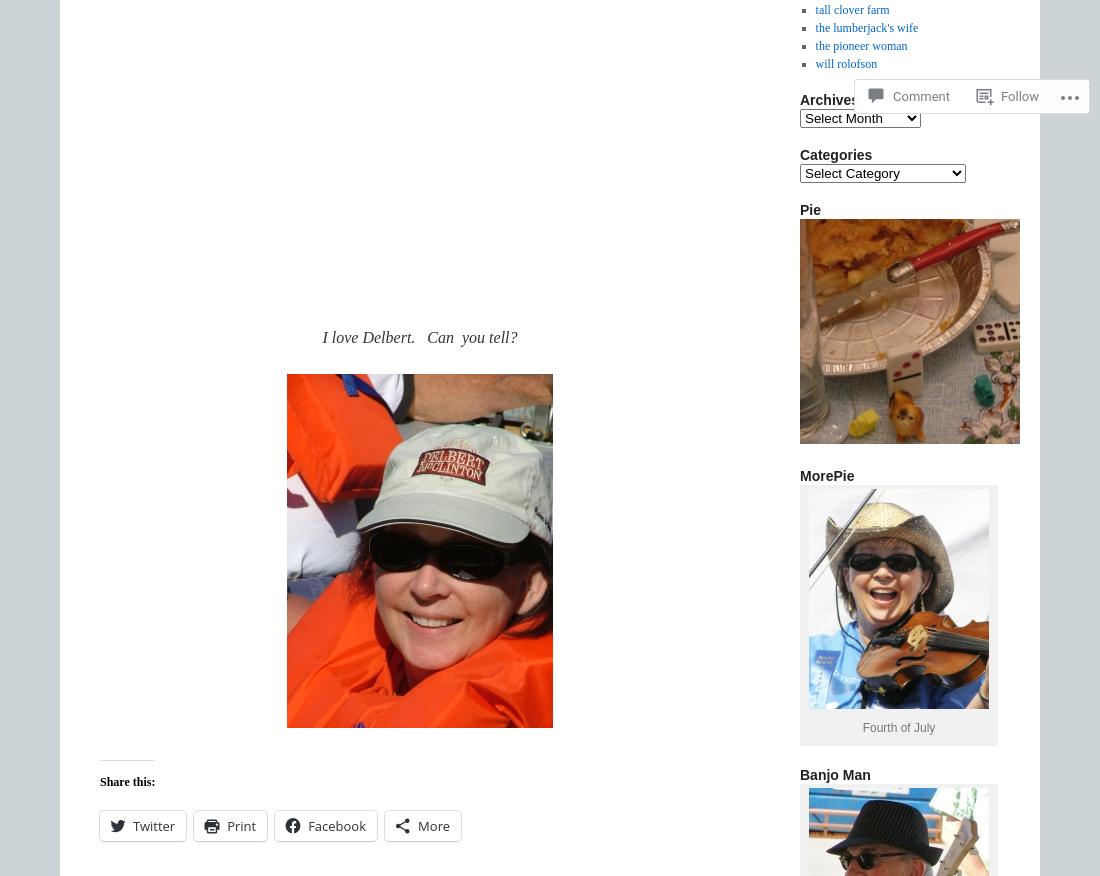  Describe the element at coordinates (336, 825) in the screenshot. I see `'Facebook'` at that location.